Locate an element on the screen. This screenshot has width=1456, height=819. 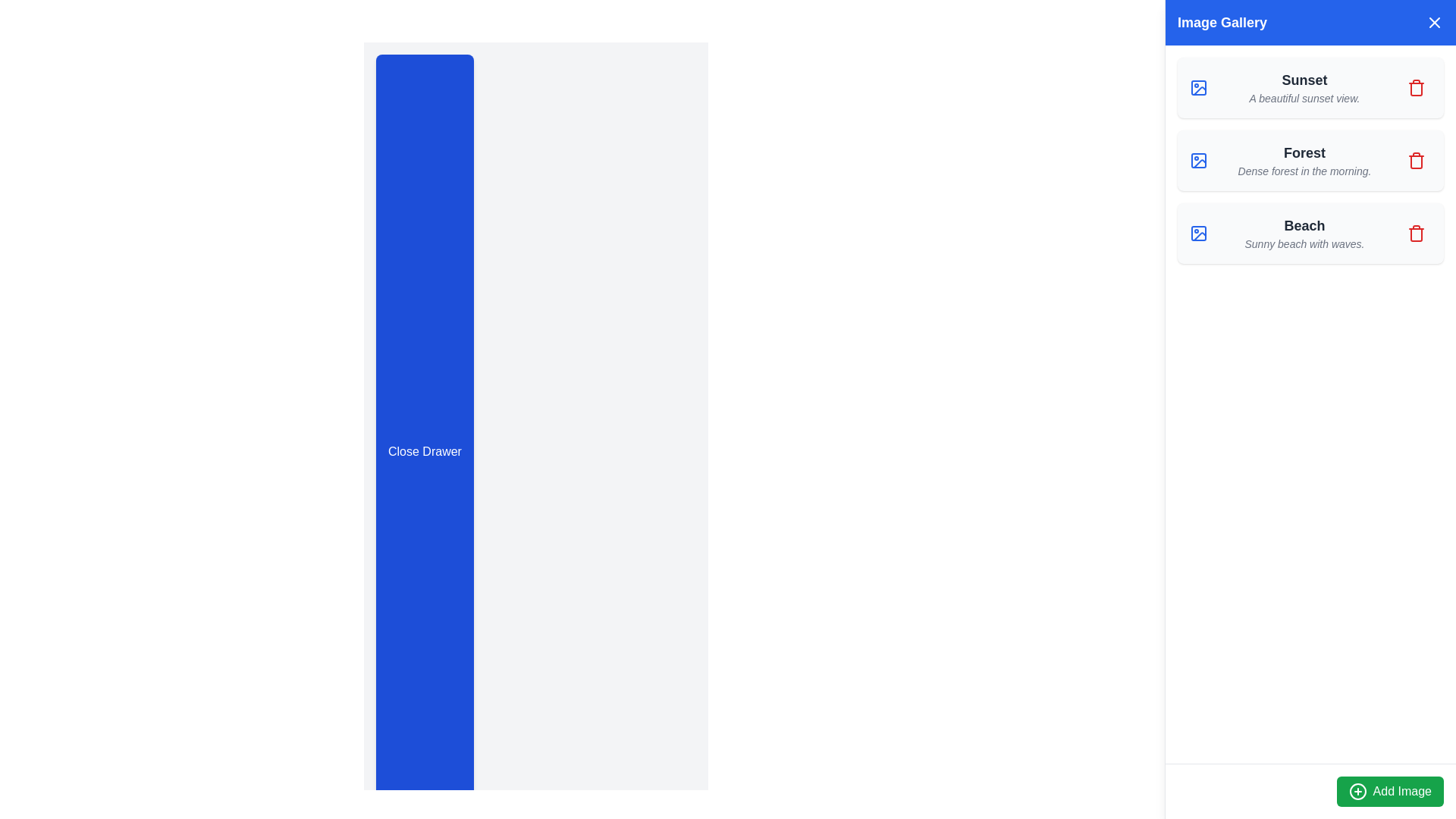
the icon subcomponent representing 'Sunset' in the topmost row of the item list for visual cues is located at coordinates (1199, 91).